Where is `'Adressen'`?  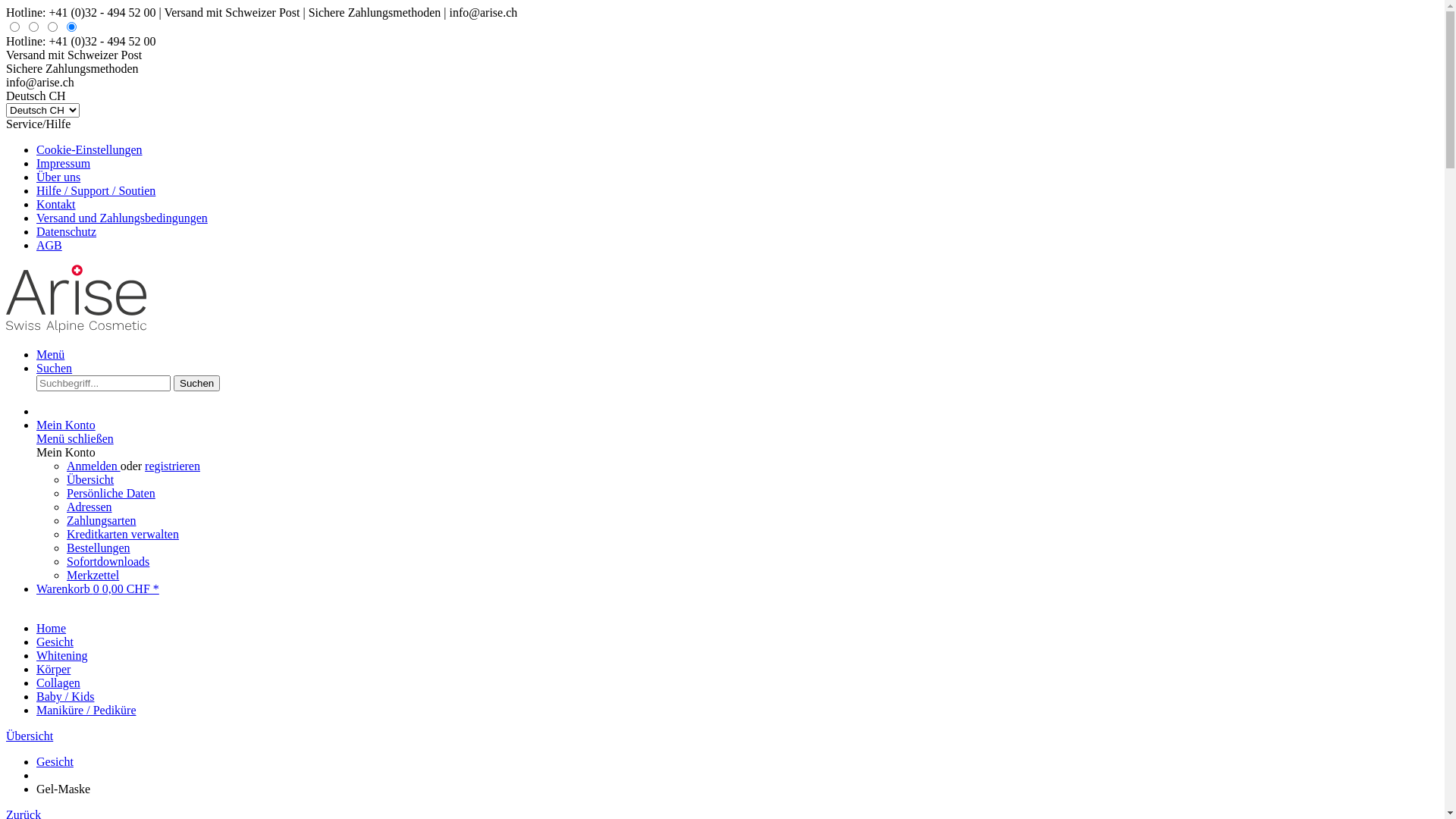 'Adressen' is located at coordinates (65, 507).